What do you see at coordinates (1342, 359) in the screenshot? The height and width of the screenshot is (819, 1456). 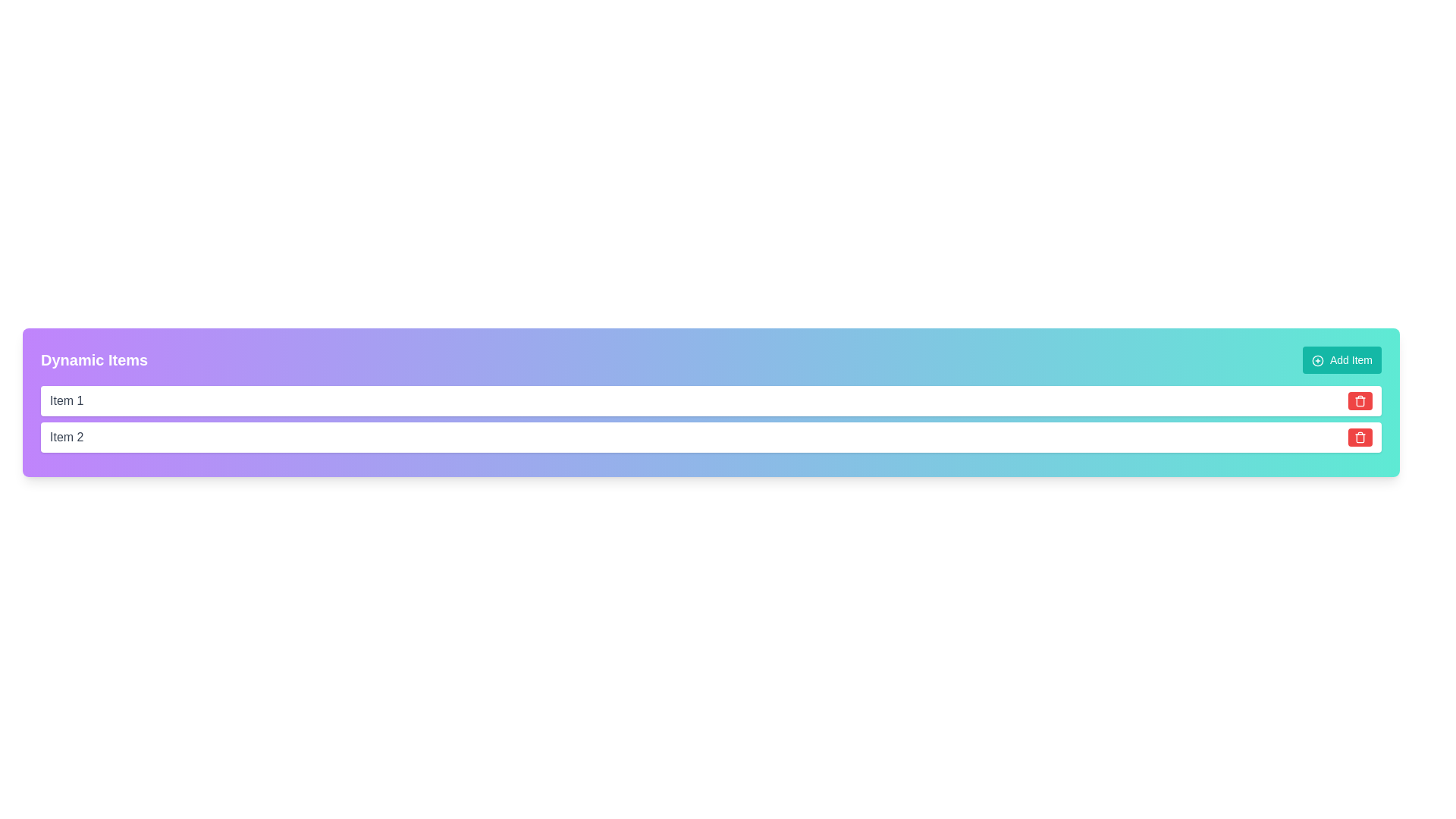 I see `the green 'Add Item' button with white text and a plus sign icon to initiate the 'Add Item' action` at bounding box center [1342, 359].